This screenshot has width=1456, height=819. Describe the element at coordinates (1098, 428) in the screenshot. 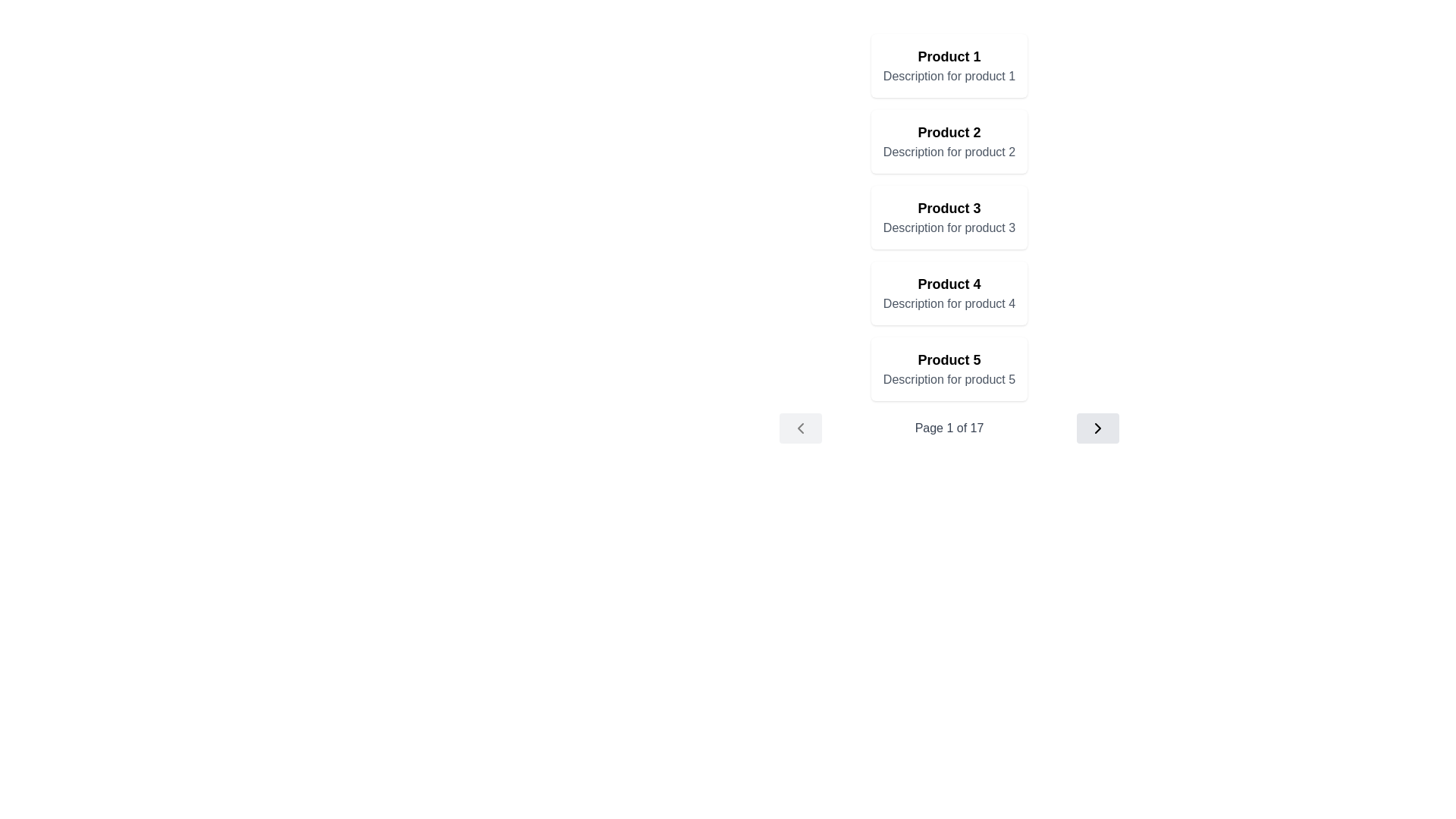

I see `the rightmost button in the horizontal navigation group, which has a light gray background and a black chevron pointing to the right, to observe the hover style` at that location.